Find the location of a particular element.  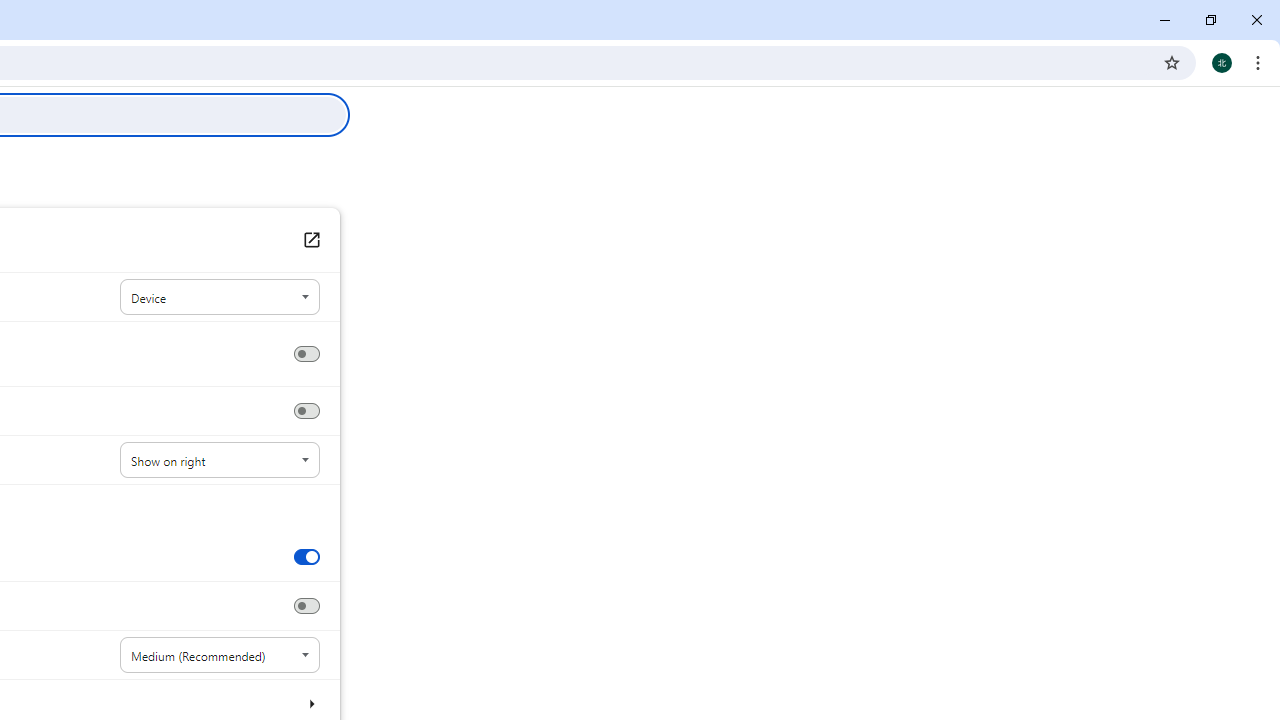

'Font size' is located at coordinates (219, 655).